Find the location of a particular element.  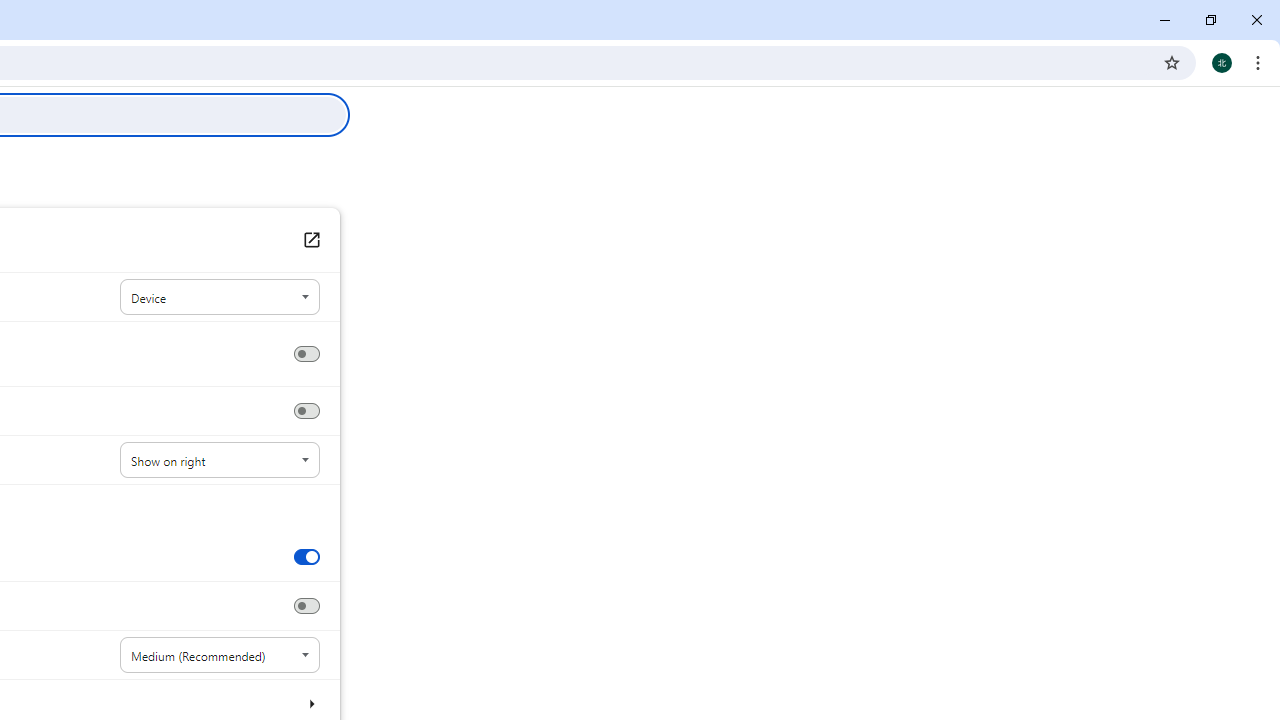

'Font size' is located at coordinates (219, 655).